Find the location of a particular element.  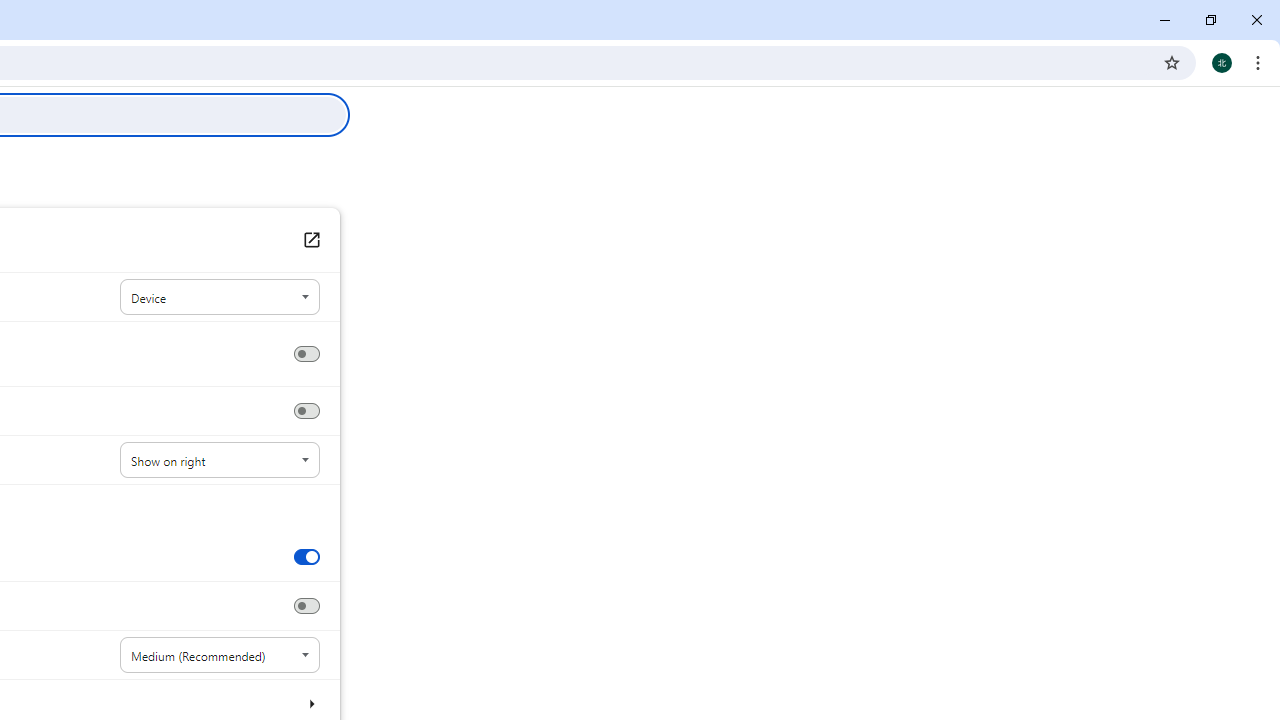

'Font size' is located at coordinates (219, 655).